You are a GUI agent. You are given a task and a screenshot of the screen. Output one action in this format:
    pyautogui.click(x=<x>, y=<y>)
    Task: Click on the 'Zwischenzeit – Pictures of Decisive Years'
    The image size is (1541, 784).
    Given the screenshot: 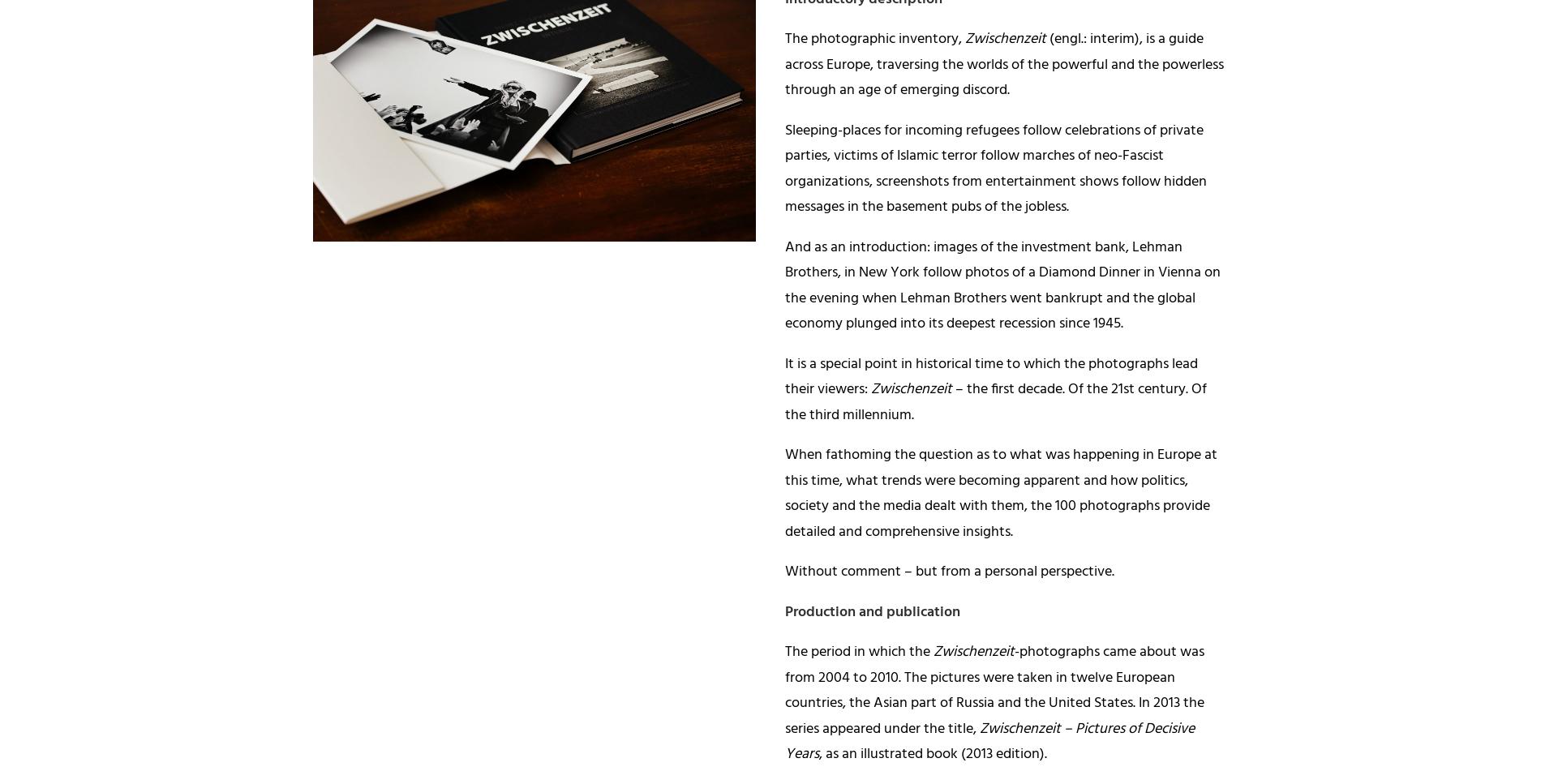 What is the action you would take?
    pyautogui.click(x=989, y=741)
    